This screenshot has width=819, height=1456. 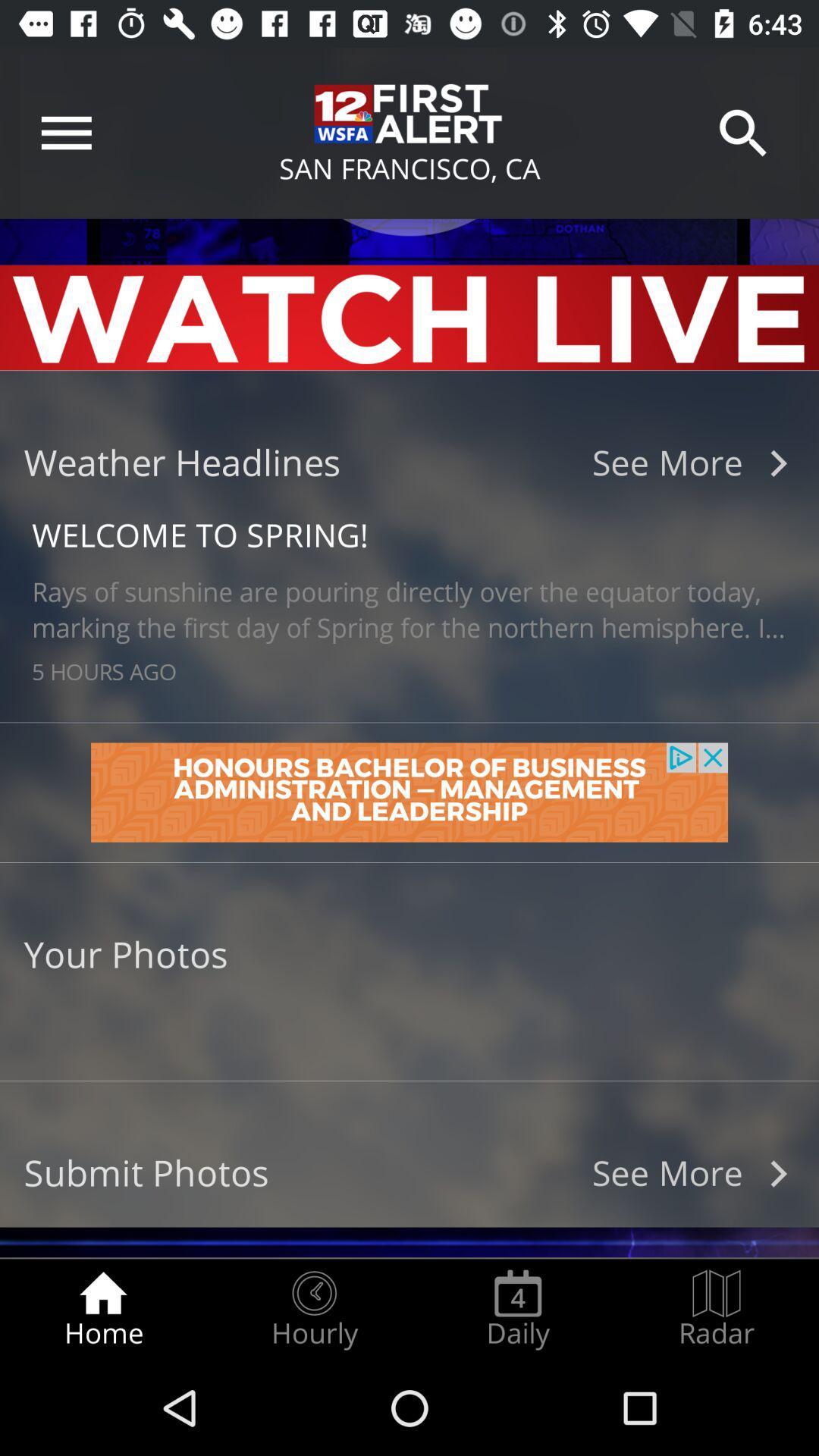 What do you see at coordinates (102, 1309) in the screenshot?
I see `home icon` at bounding box center [102, 1309].